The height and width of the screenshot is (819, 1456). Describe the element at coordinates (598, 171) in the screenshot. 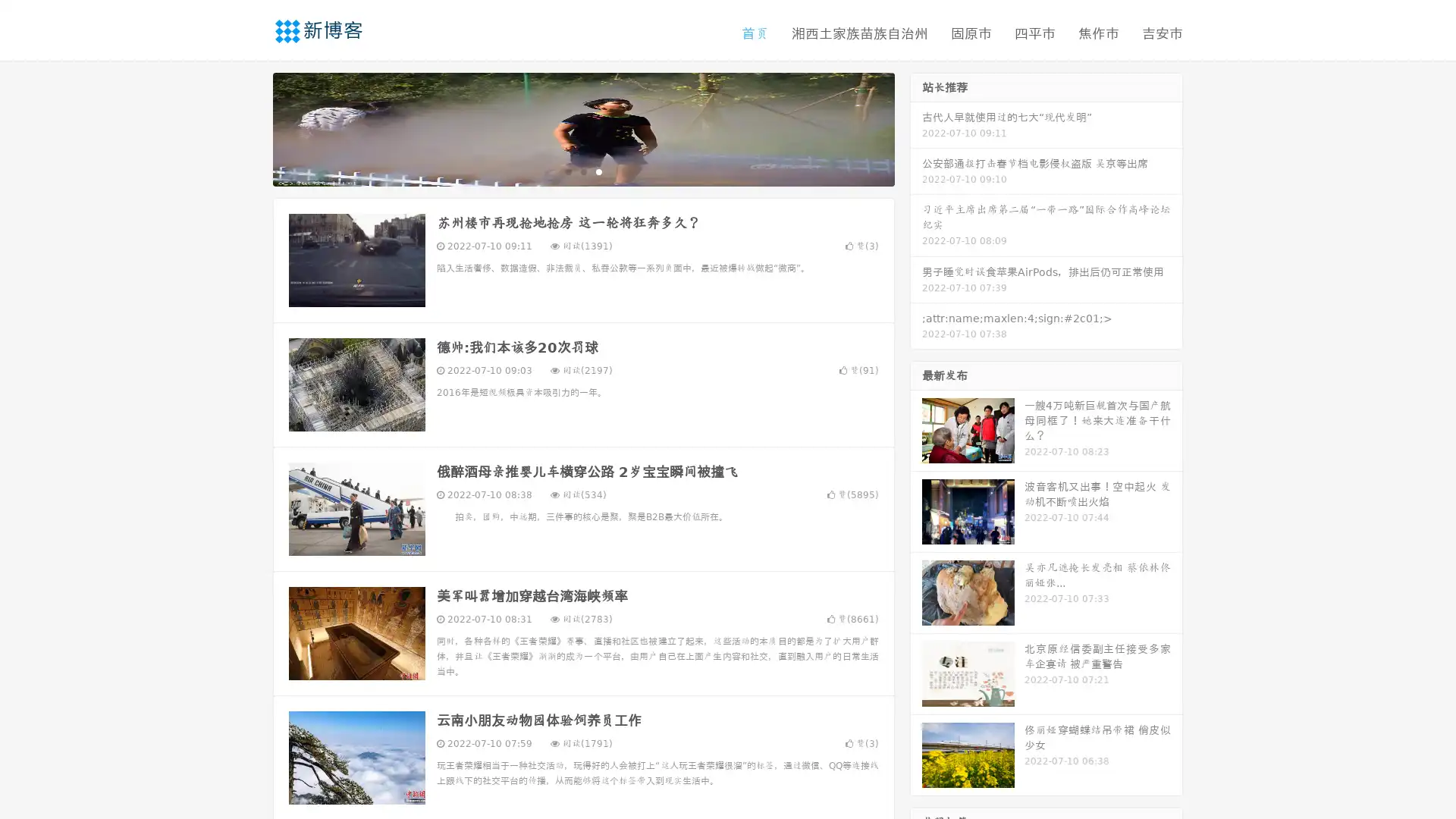

I see `Go to slide 3` at that location.